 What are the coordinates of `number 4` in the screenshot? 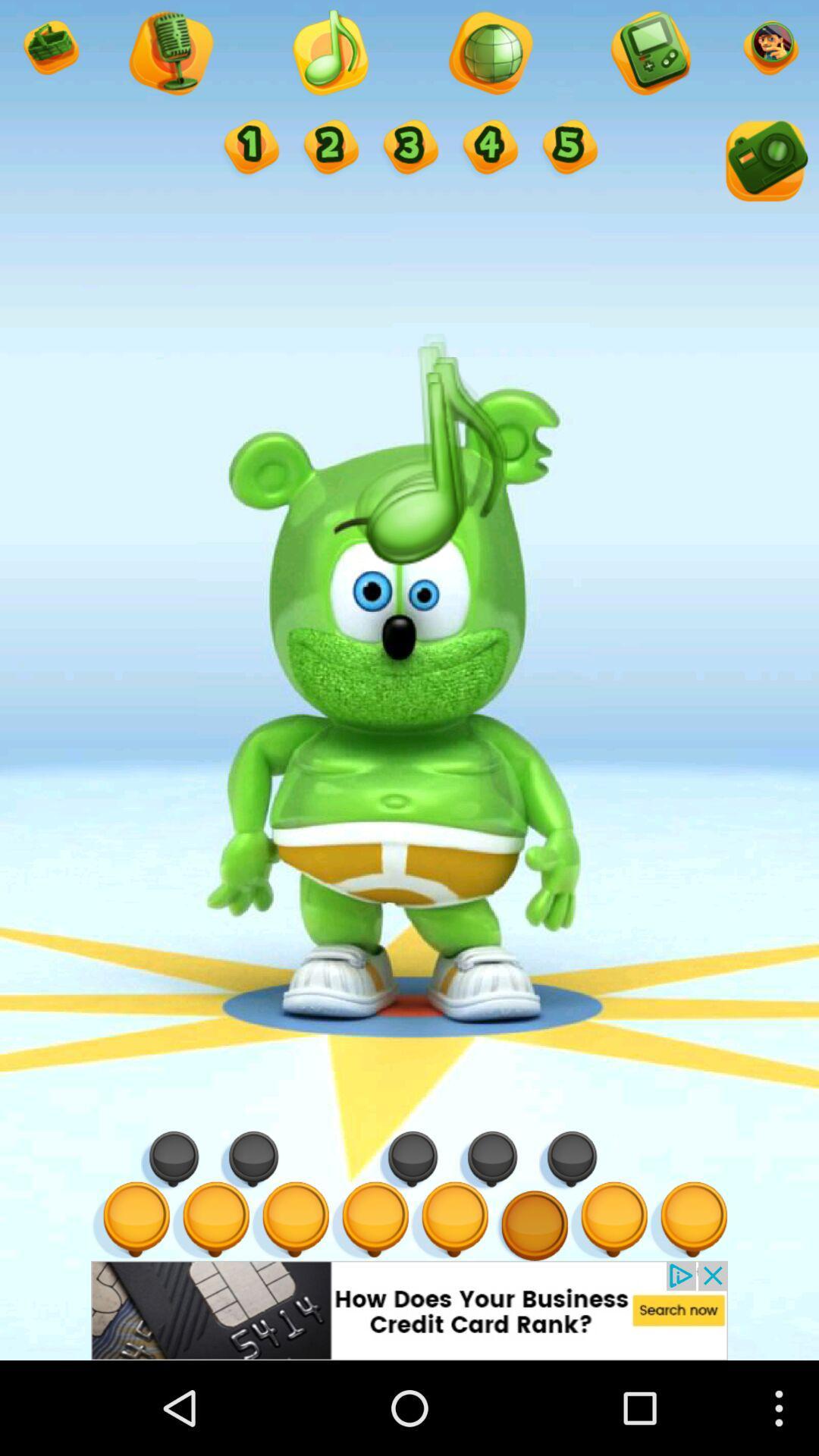 It's located at (488, 149).